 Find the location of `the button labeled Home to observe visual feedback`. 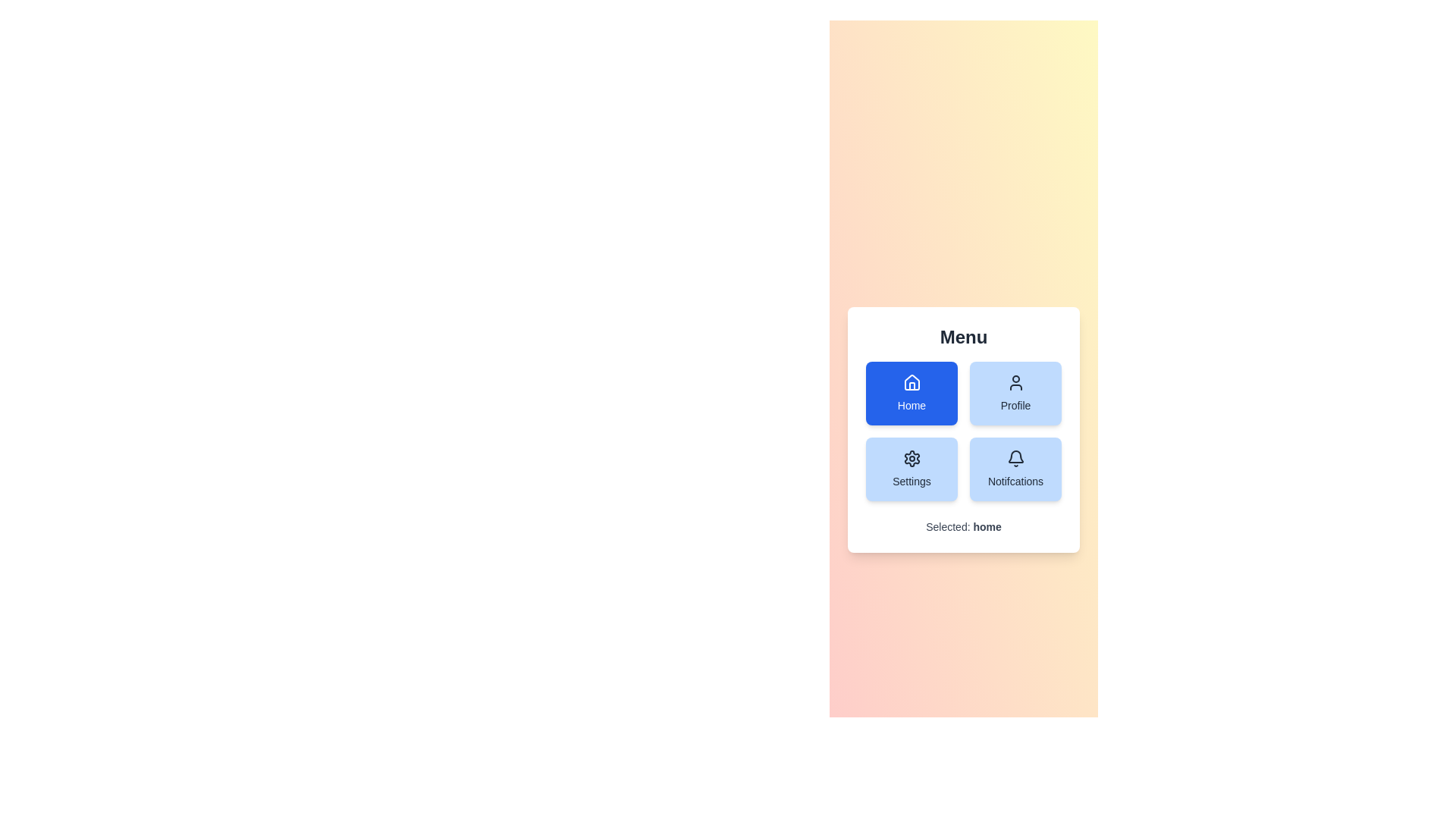

the button labeled Home to observe visual feedback is located at coordinates (911, 393).